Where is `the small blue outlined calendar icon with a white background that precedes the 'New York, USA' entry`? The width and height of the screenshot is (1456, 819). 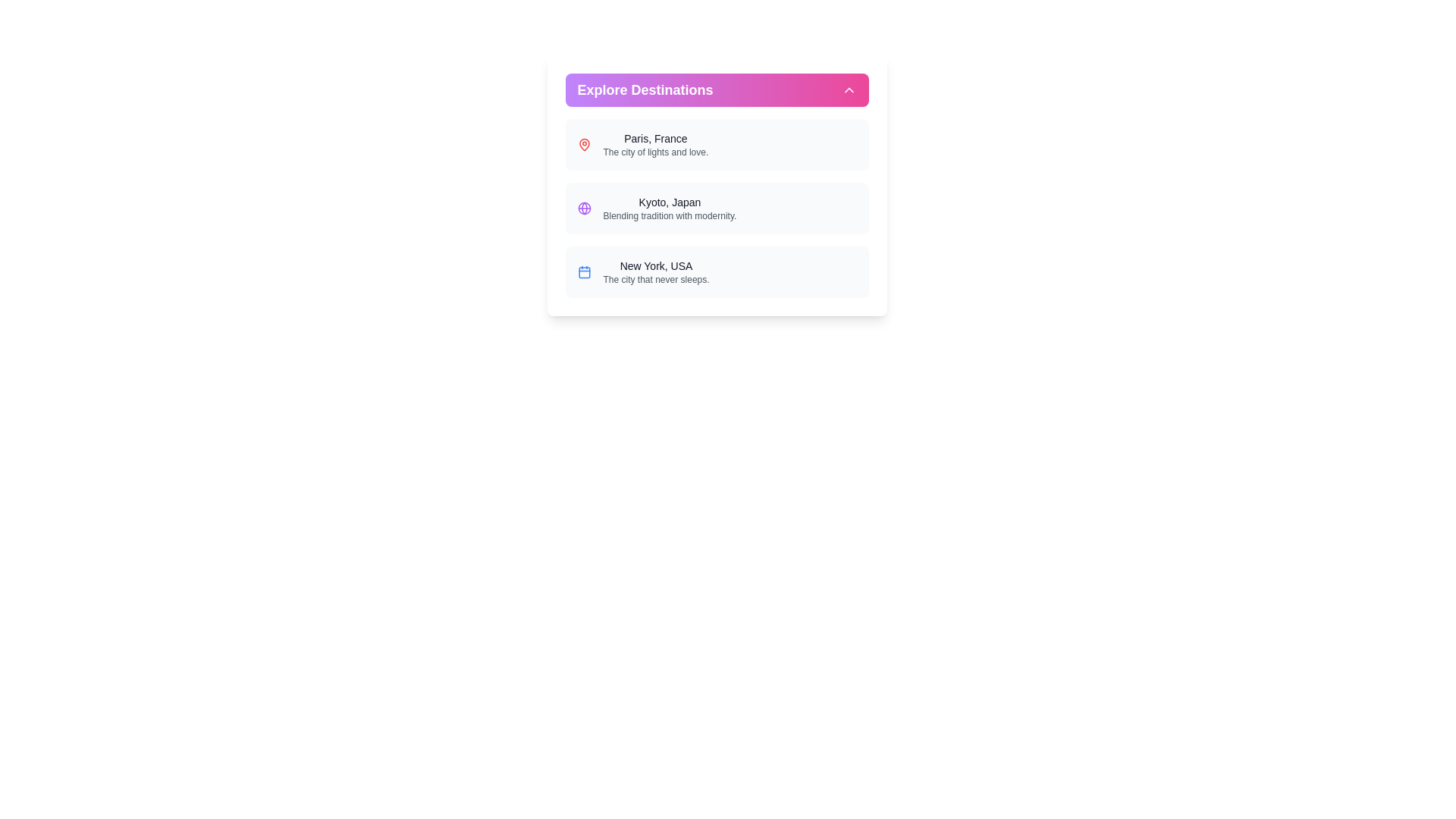 the small blue outlined calendar icon with a white background that precedes the 'New York, USA' entry is located at coordinates (583, 271).